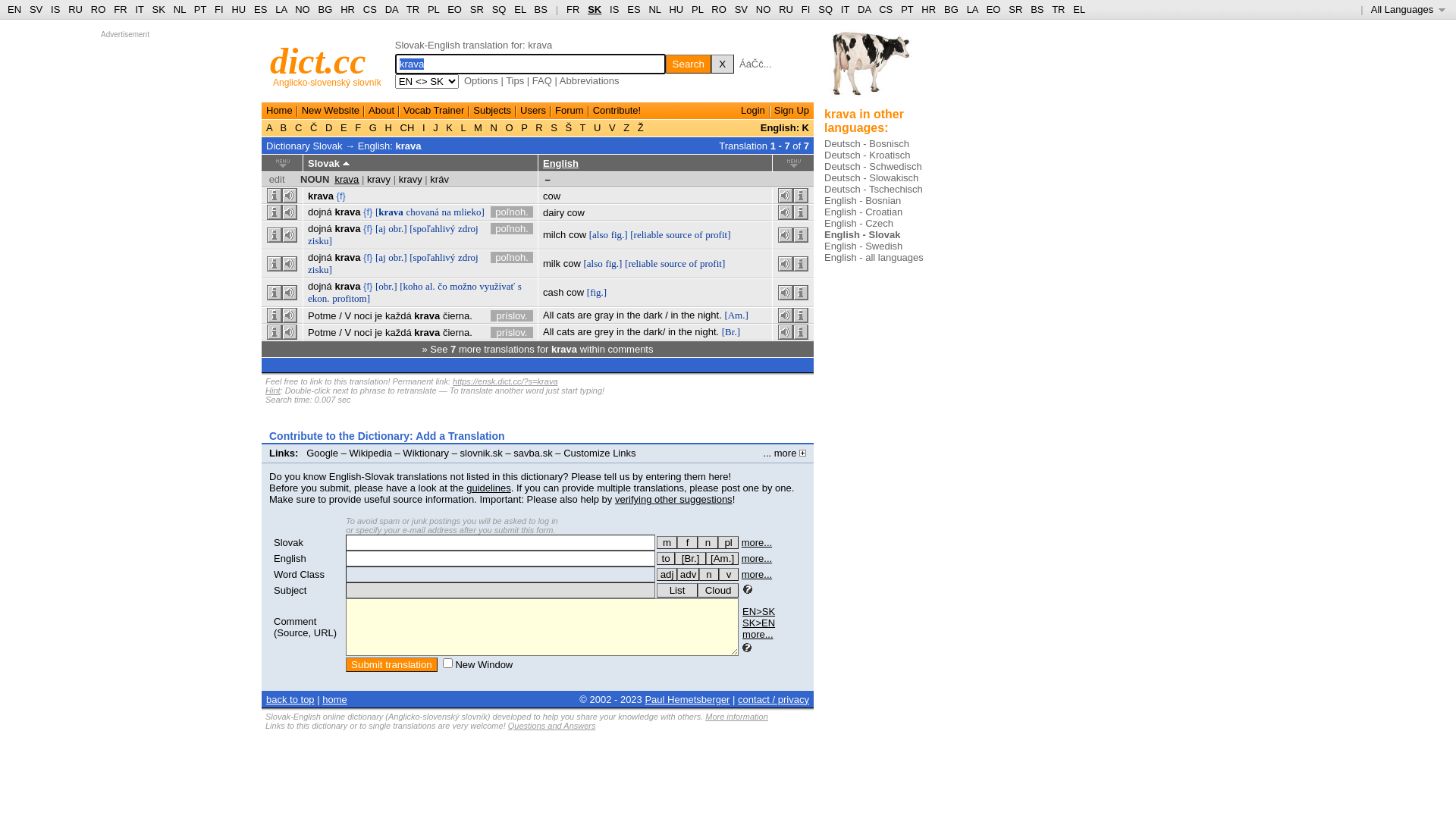 The height and width of the screenshot is (819, 1456). What do you see at coordinates (757, 541) in the screenshot?
I see `'more...'` at bounding box center [757, 541].